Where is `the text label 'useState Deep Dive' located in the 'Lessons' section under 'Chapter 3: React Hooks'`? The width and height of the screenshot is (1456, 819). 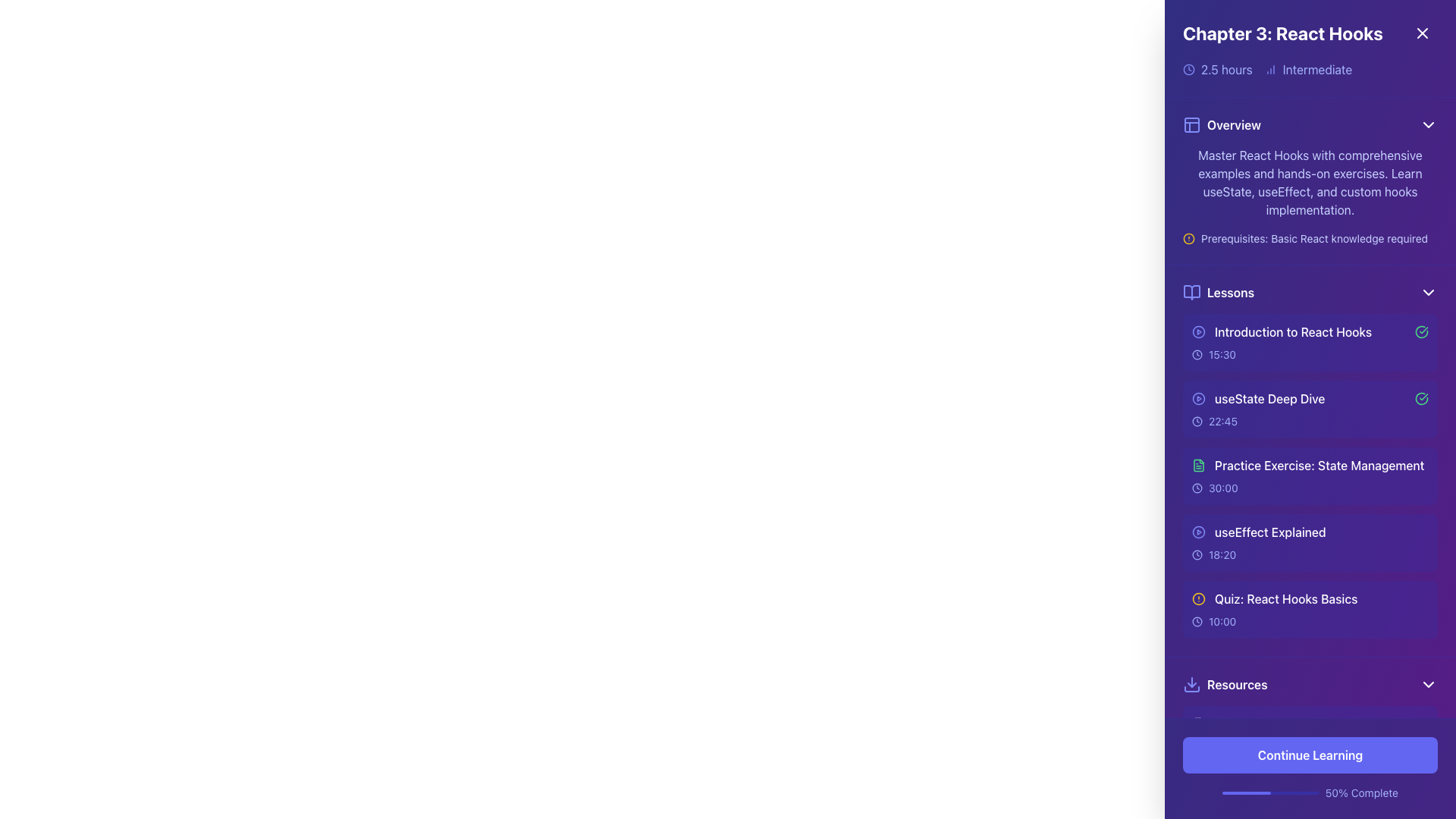 the text label 'useState Deep Dive' located in the 'Lessons' section under 'Chapter 3: React Hooks' is located at coordinates (1310, 397).